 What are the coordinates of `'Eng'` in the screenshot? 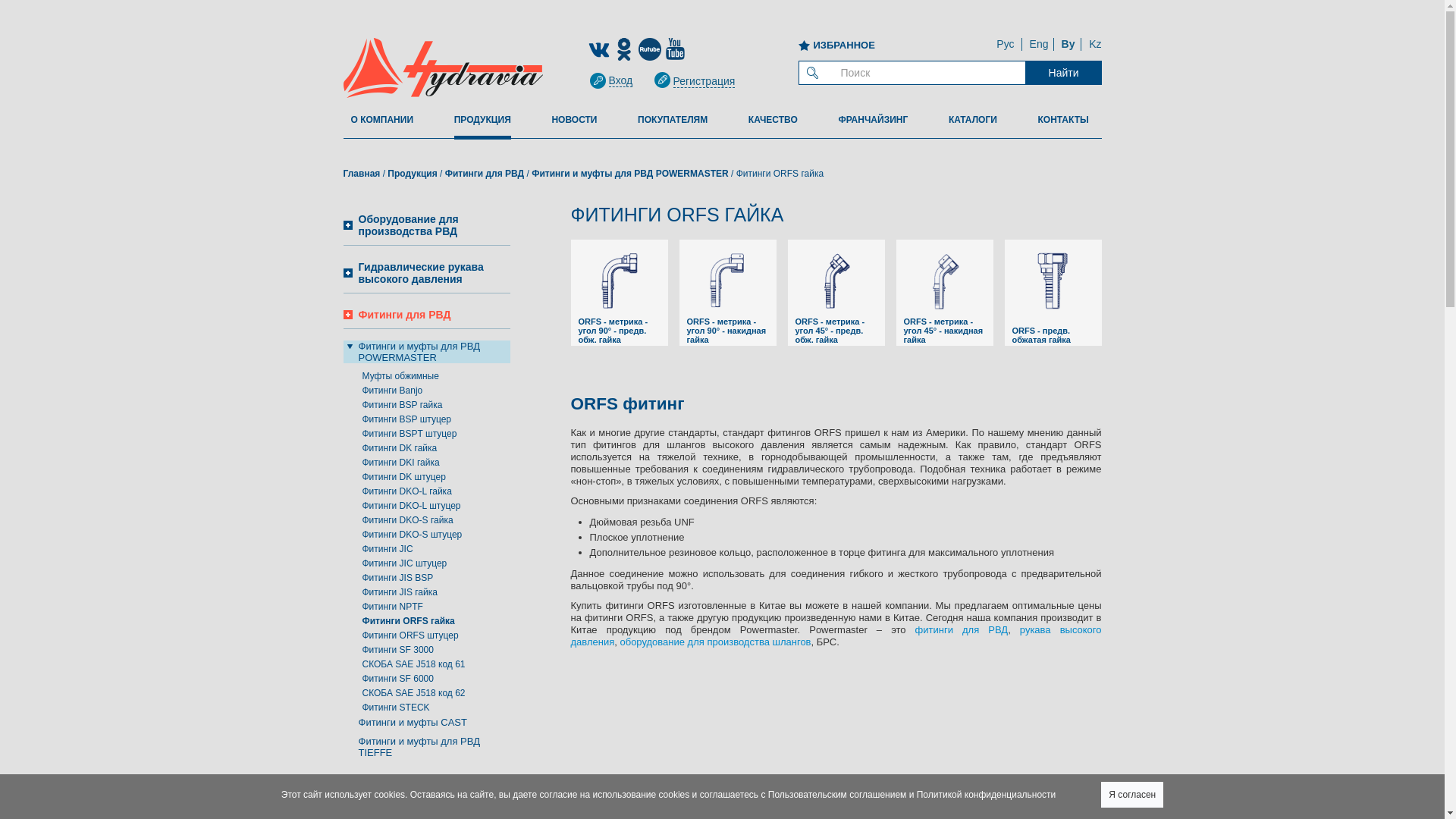 It's located at (1038, 42).